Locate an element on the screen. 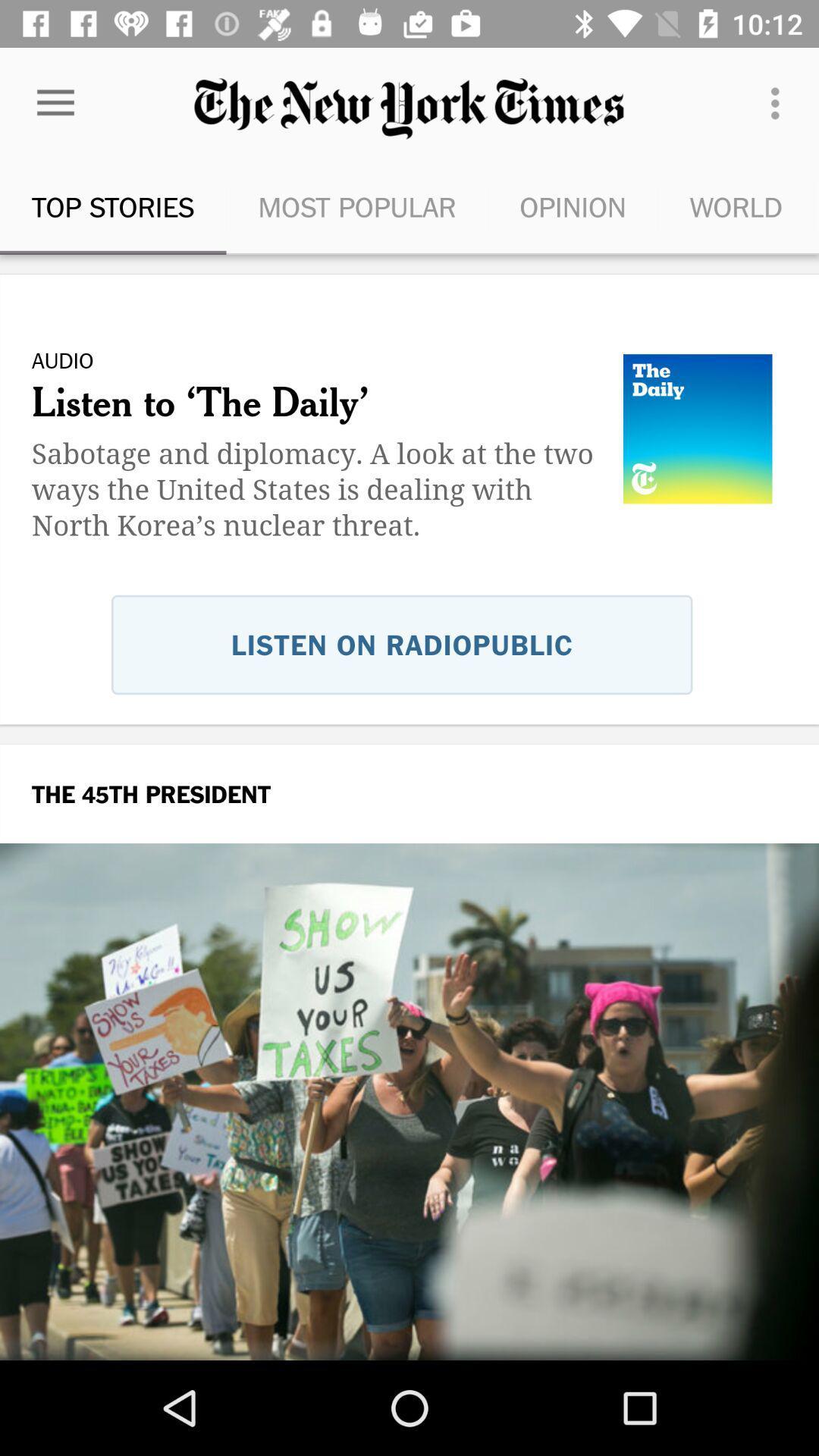  open audio is located at coordinates (409, 535).